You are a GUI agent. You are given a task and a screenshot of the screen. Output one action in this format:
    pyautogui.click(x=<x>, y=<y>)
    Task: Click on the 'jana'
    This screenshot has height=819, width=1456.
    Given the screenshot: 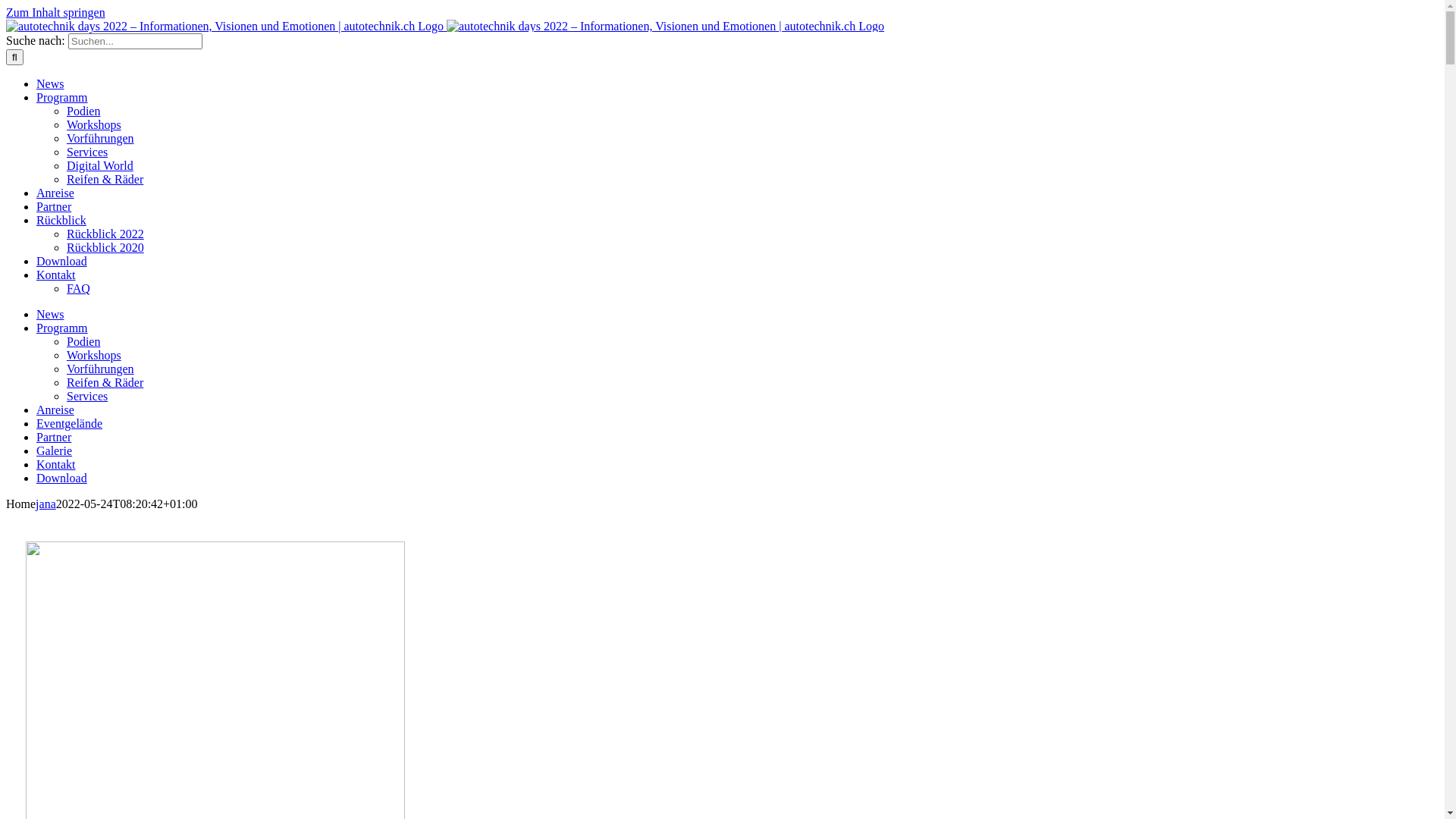 What is the action you would take?
    pyautogui.click(x=45, y=504)
    